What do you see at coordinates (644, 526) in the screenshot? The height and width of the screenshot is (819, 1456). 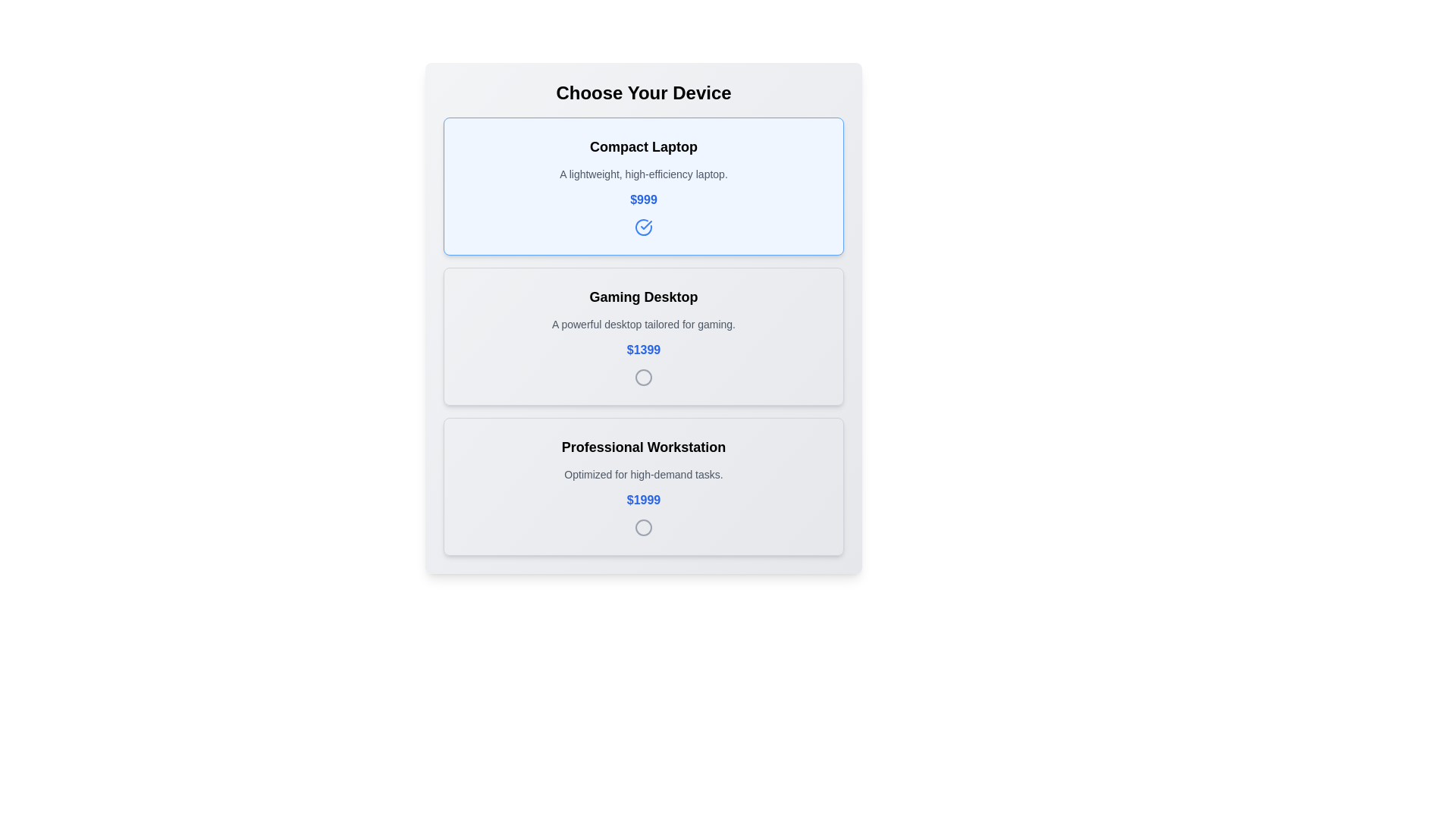 I see `the radio button for the 'Professional Workstation' option` at bounding box center [644, 526].